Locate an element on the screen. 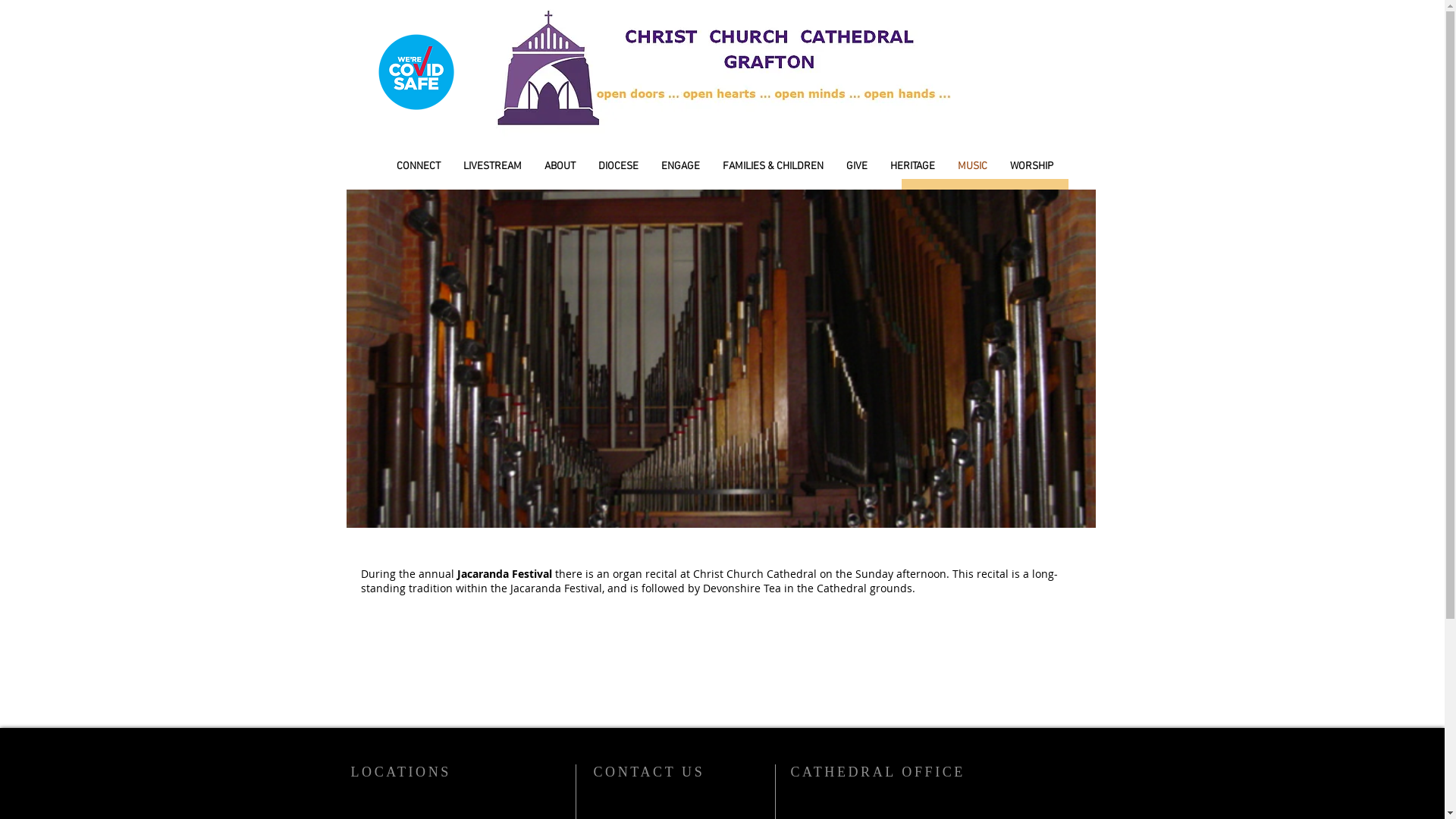 The width and height of the screenshot is (1456, 819). 'GIVE' is located at coordinates (856, 166).